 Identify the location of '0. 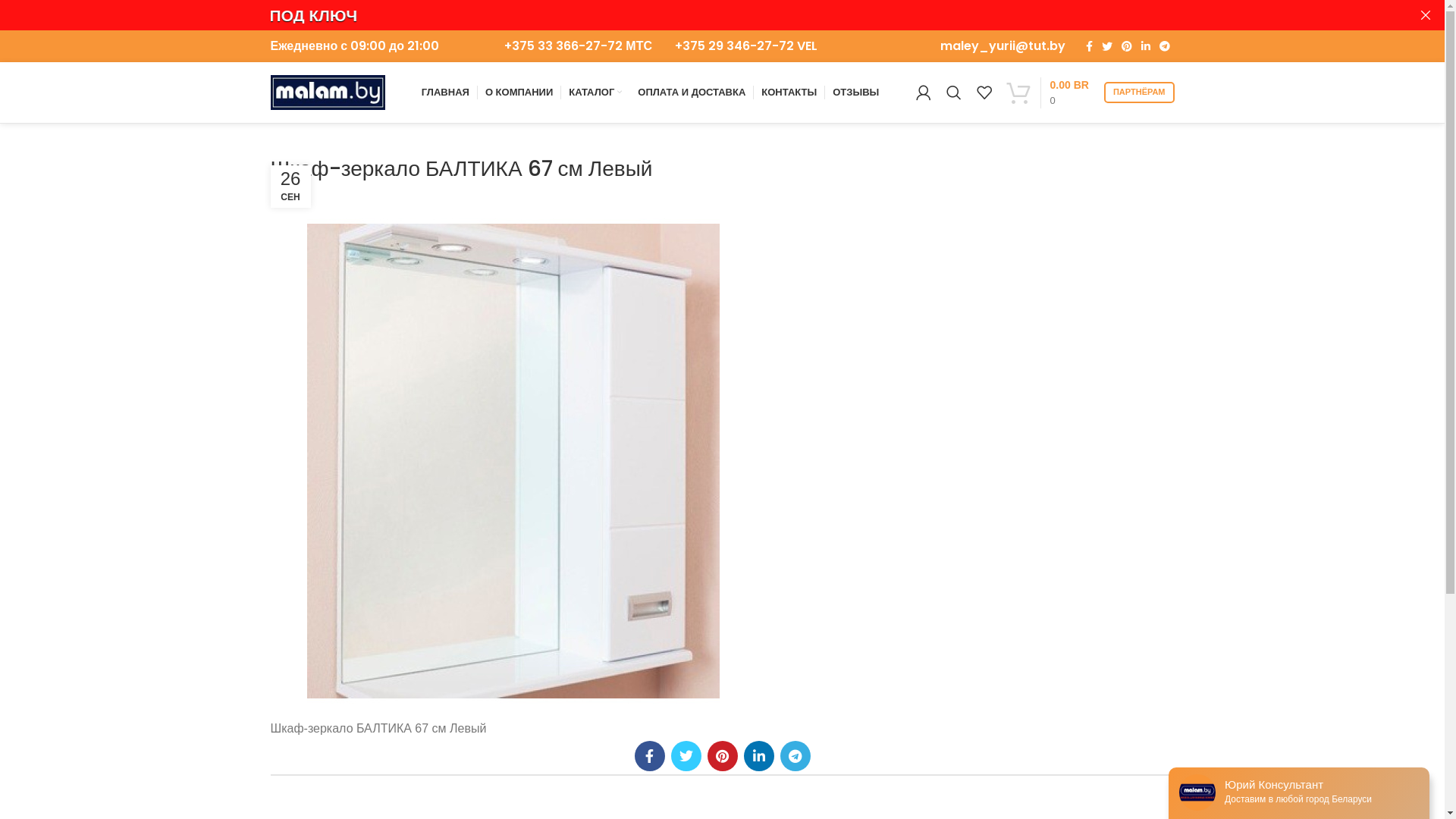
(1047, 93).